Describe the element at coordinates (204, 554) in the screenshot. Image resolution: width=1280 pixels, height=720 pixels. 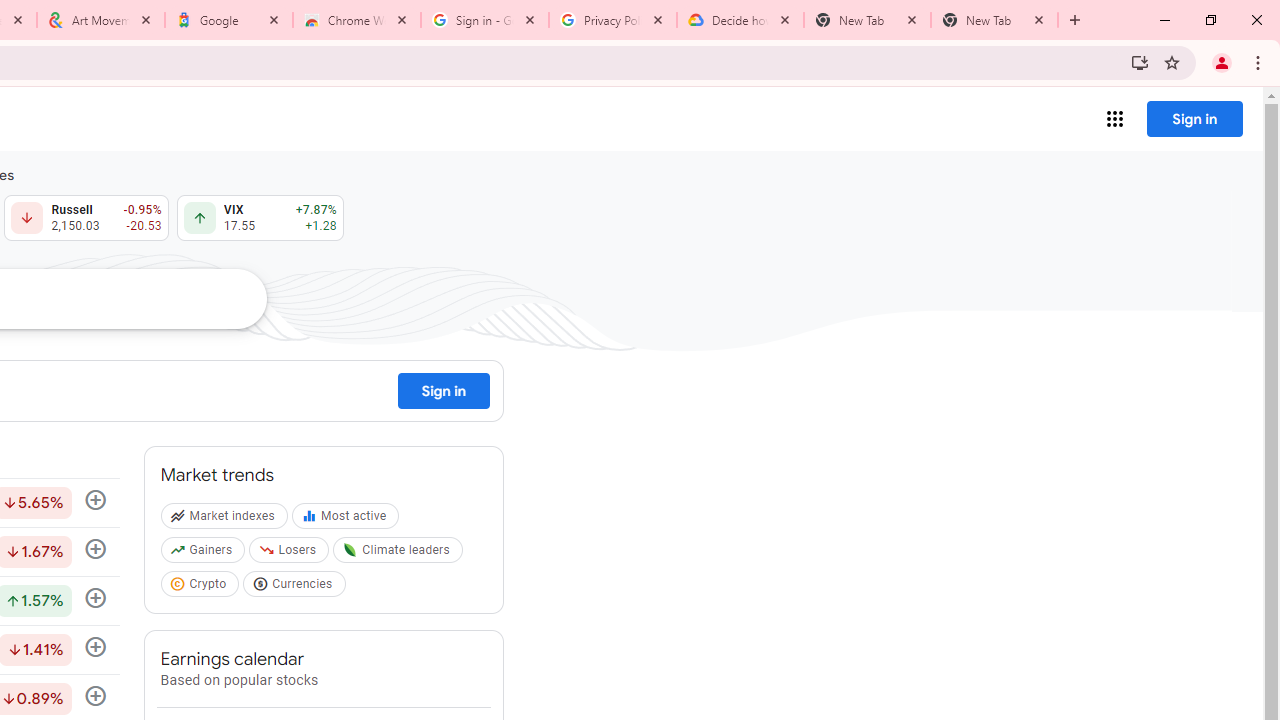
I see `'Gainers'` at that location.